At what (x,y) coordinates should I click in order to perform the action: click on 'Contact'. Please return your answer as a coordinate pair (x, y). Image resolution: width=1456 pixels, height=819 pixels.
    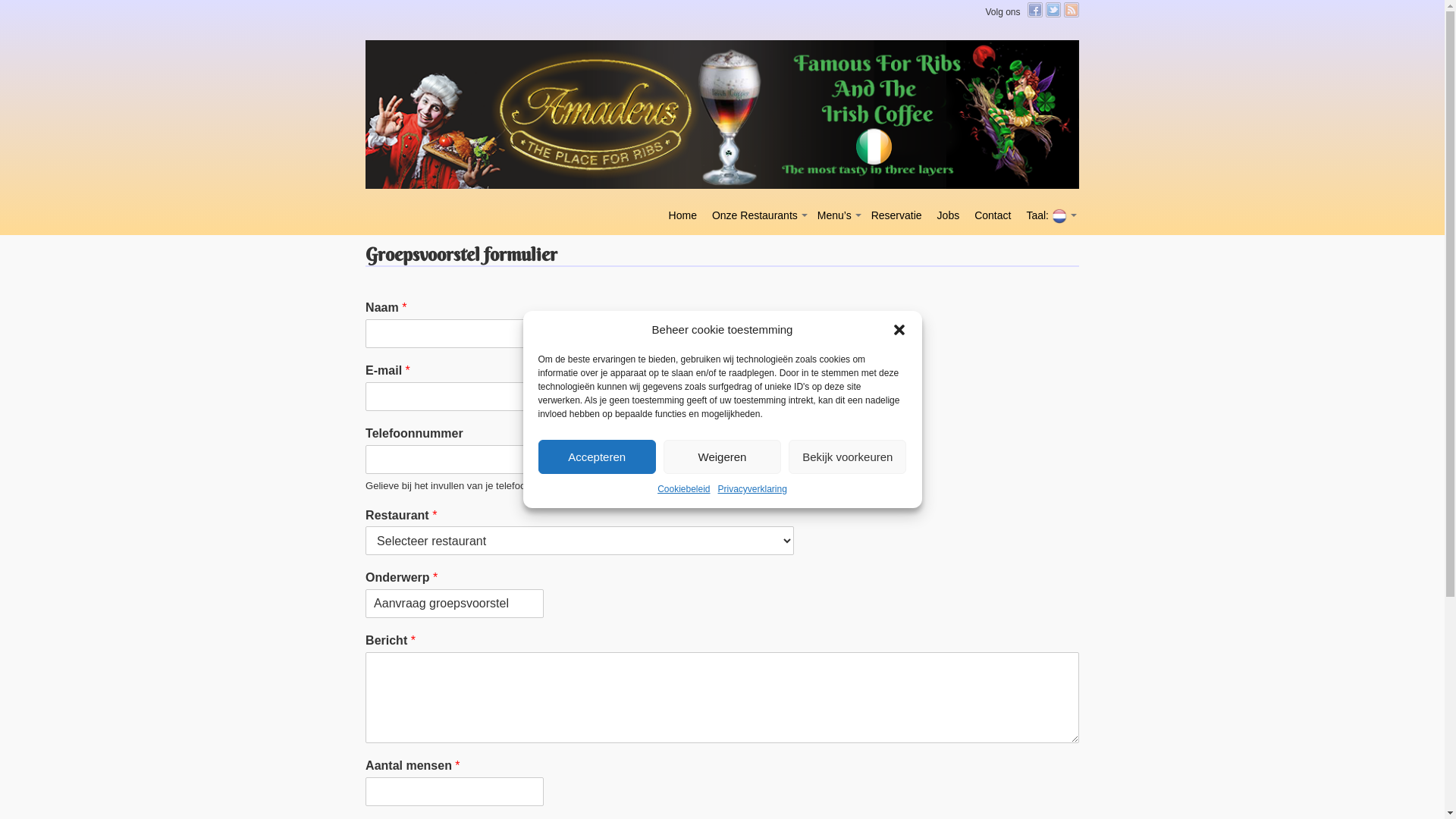
    Looking at the image, I should click on (966, 215).